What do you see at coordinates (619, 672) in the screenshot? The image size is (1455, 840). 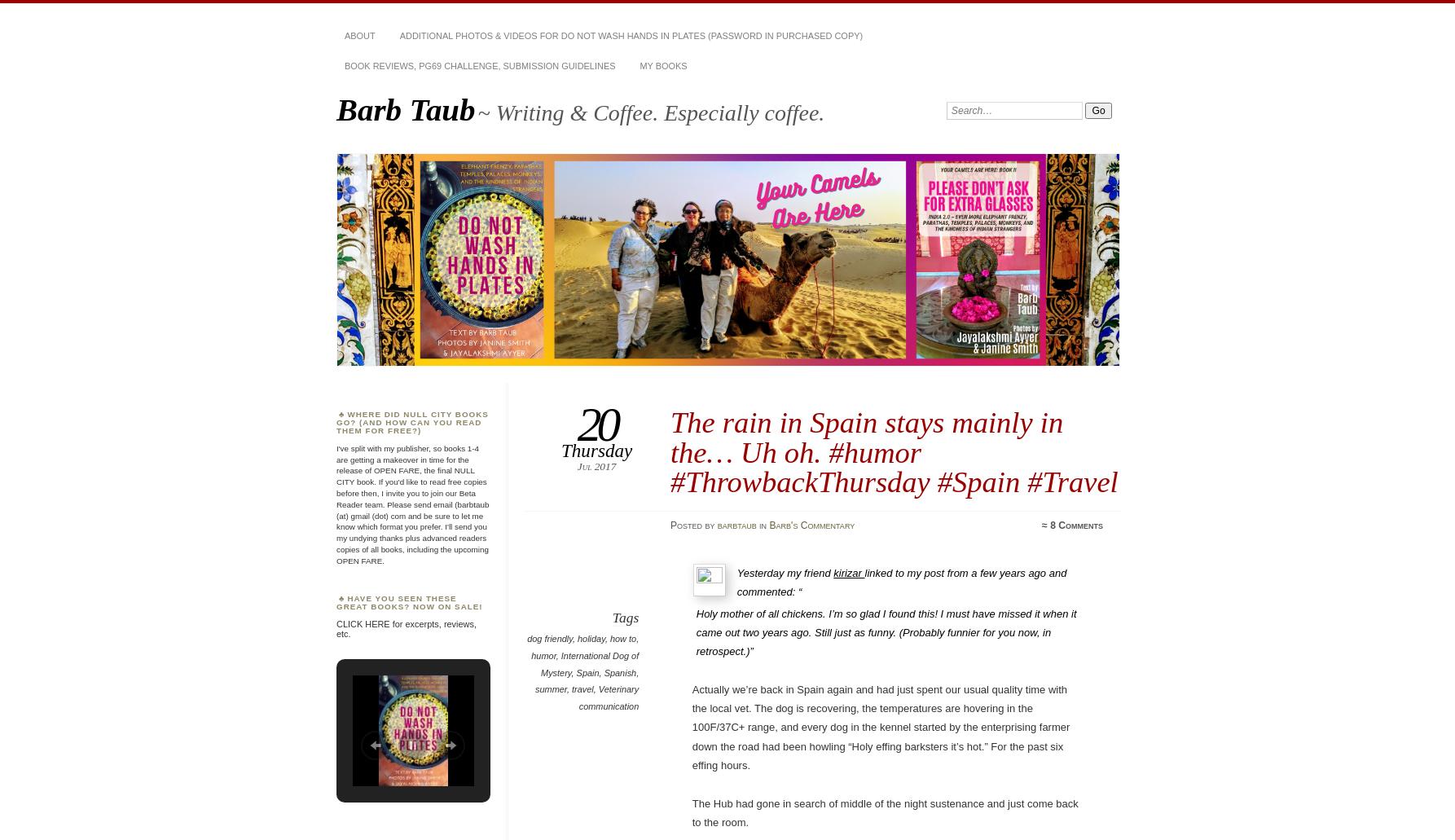 I see `'Spanish'` at bounding box center [619, 672].